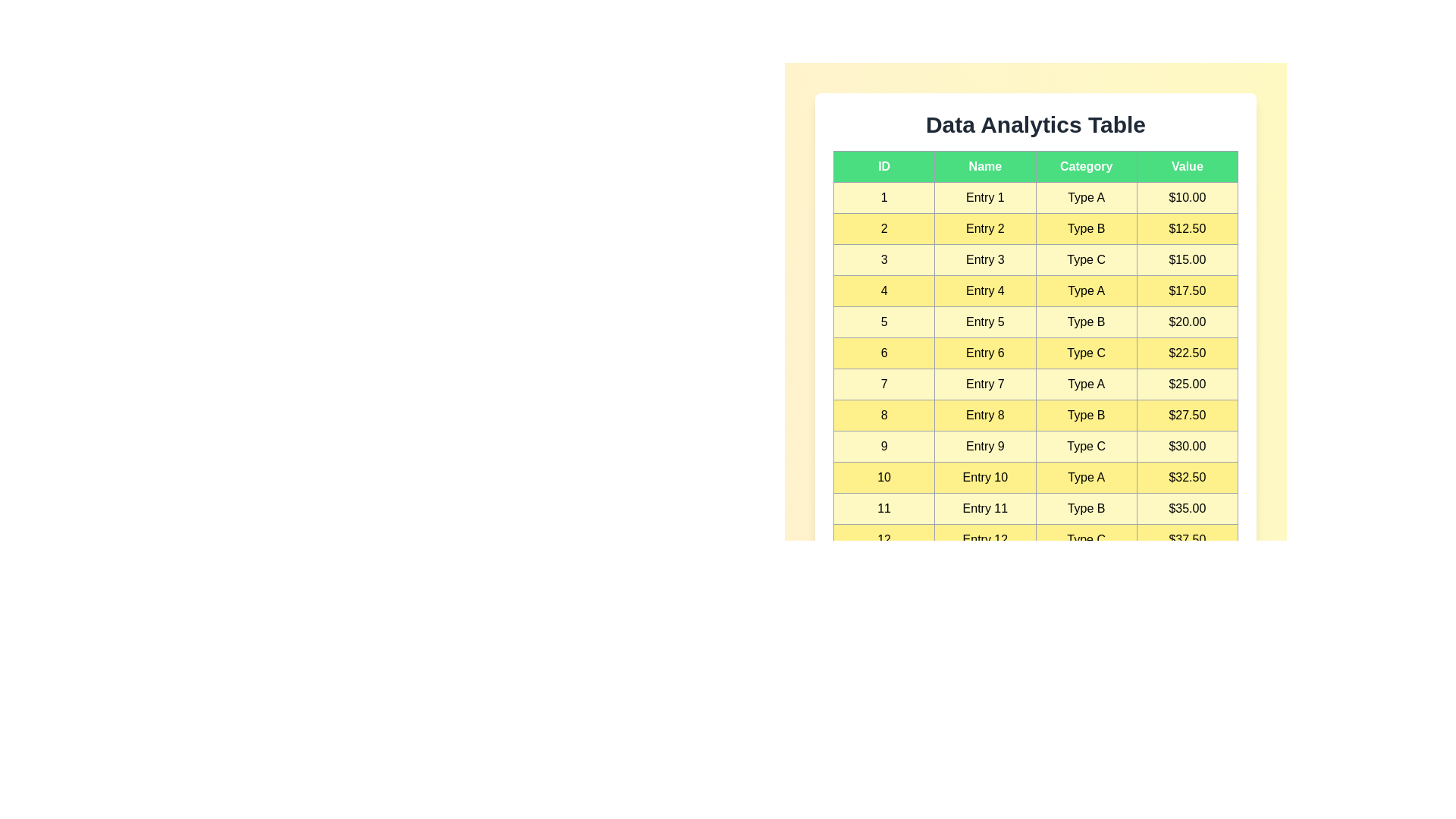 The width and height of the screenshot is (1456, 819). Describe the element at coordinates (985, 166) in the screenshot. I see `the column header Name to sort rows` at that location.